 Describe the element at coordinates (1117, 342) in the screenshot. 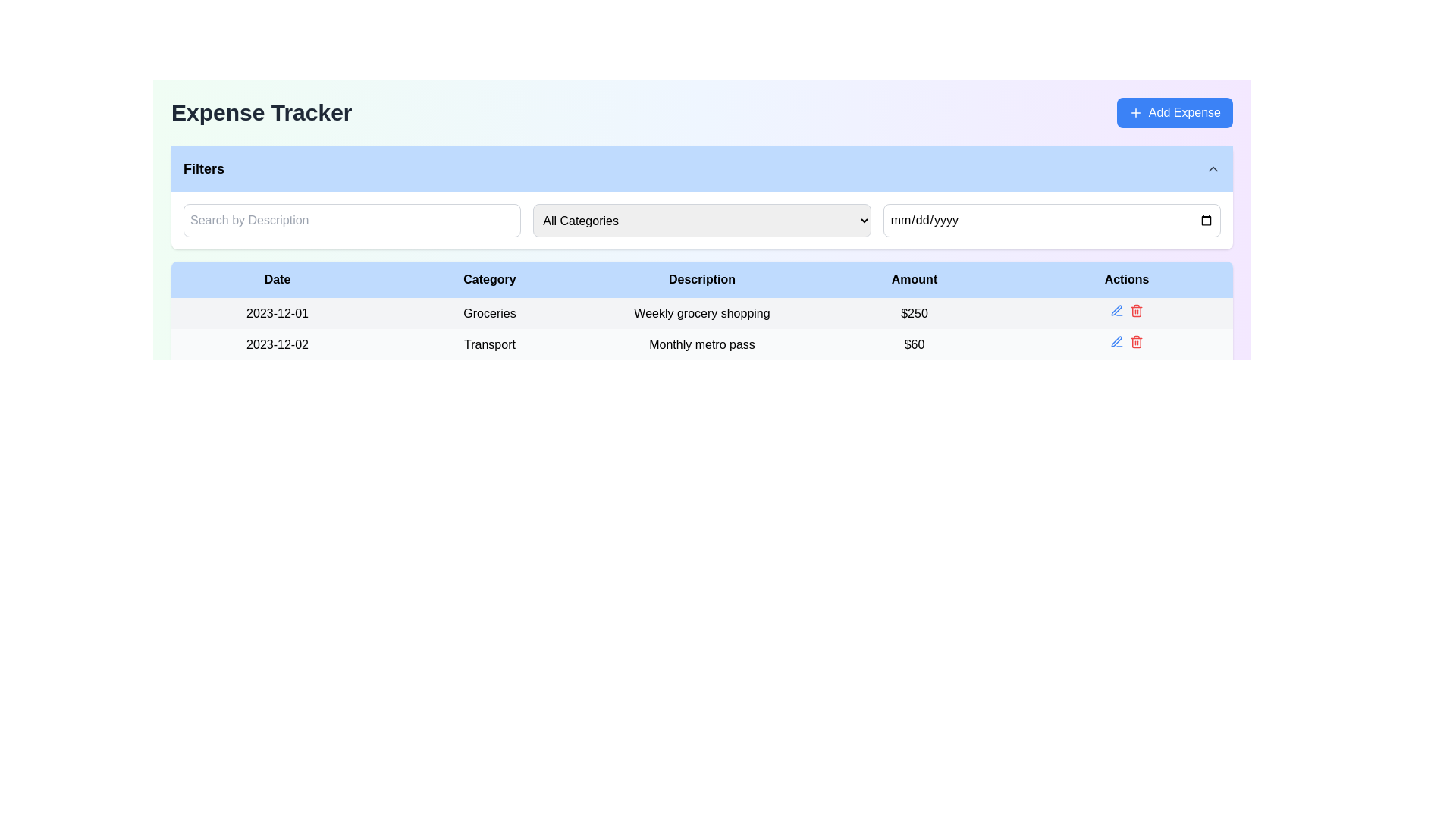

I see `the blue pen-shaped icon button in the 'Actions' column of the second row of the table` at that location.